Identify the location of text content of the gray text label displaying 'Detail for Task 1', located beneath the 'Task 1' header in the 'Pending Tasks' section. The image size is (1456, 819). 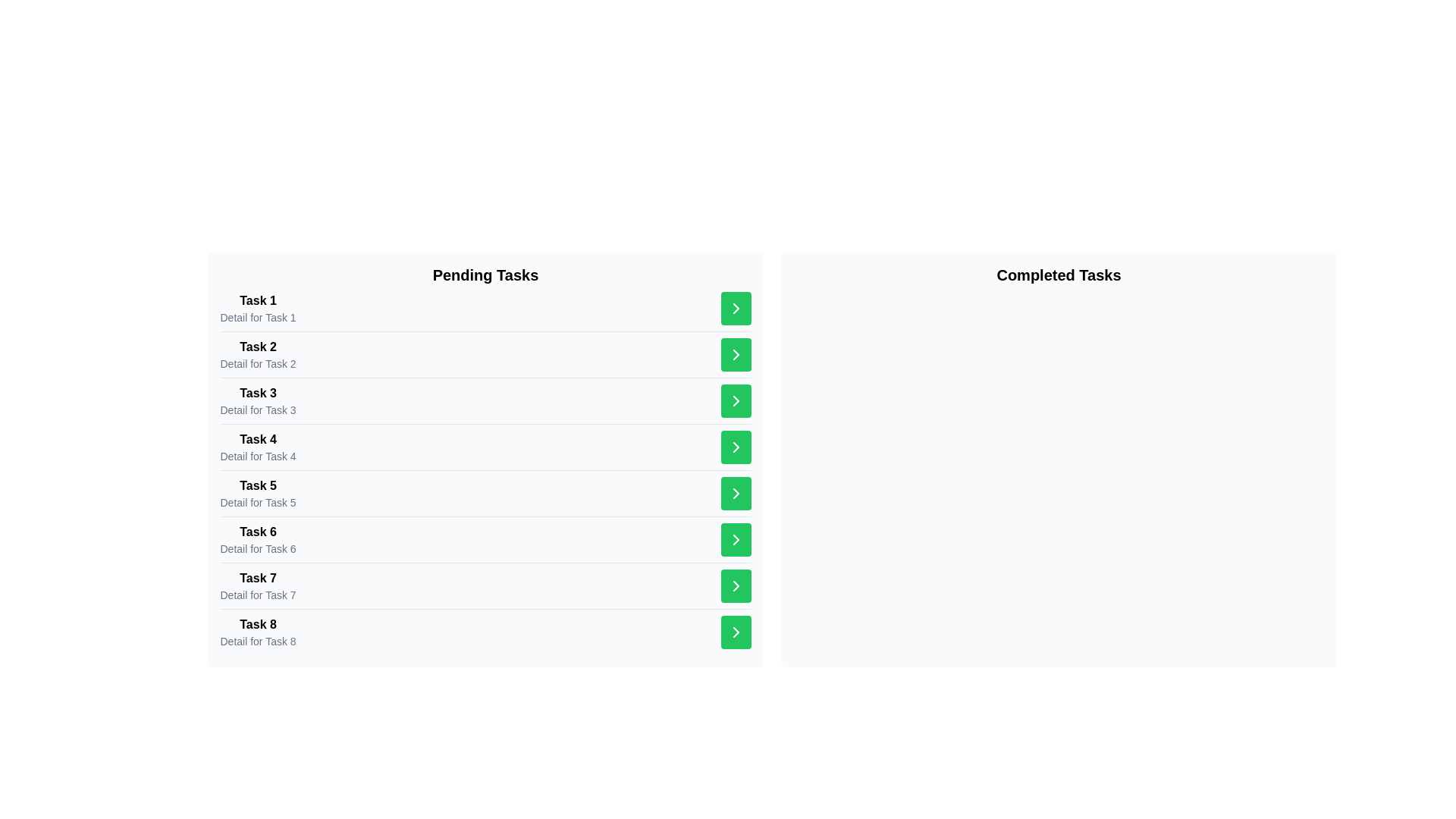
(258, 317).